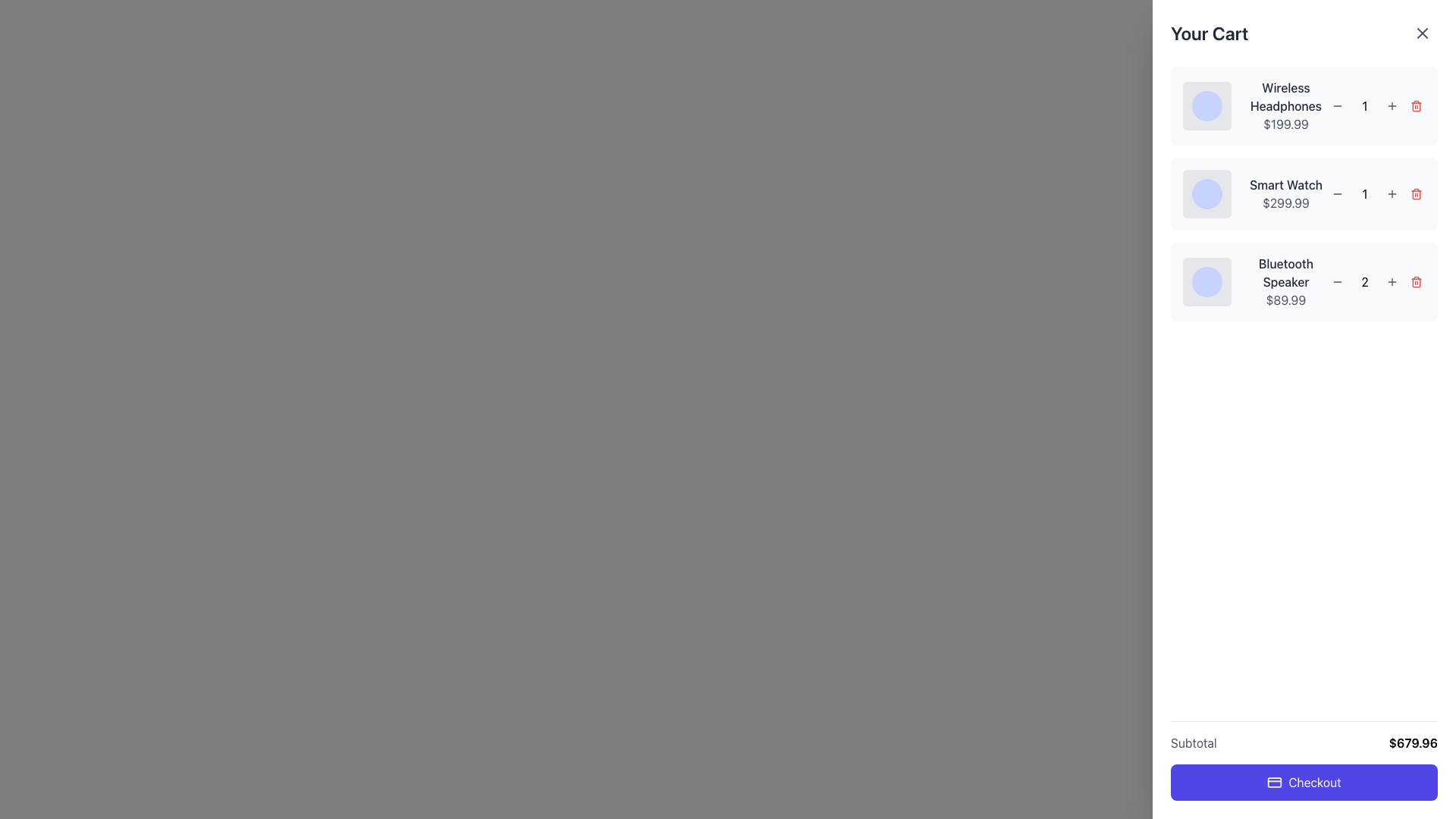 The width and height of the screenshot is (1456, 819). Describe the element at coordinates (1365, 105) in the screenshot. I see `the quantity display of the first item in the shopping cart, located between the decrement and increment buttons` at that location.